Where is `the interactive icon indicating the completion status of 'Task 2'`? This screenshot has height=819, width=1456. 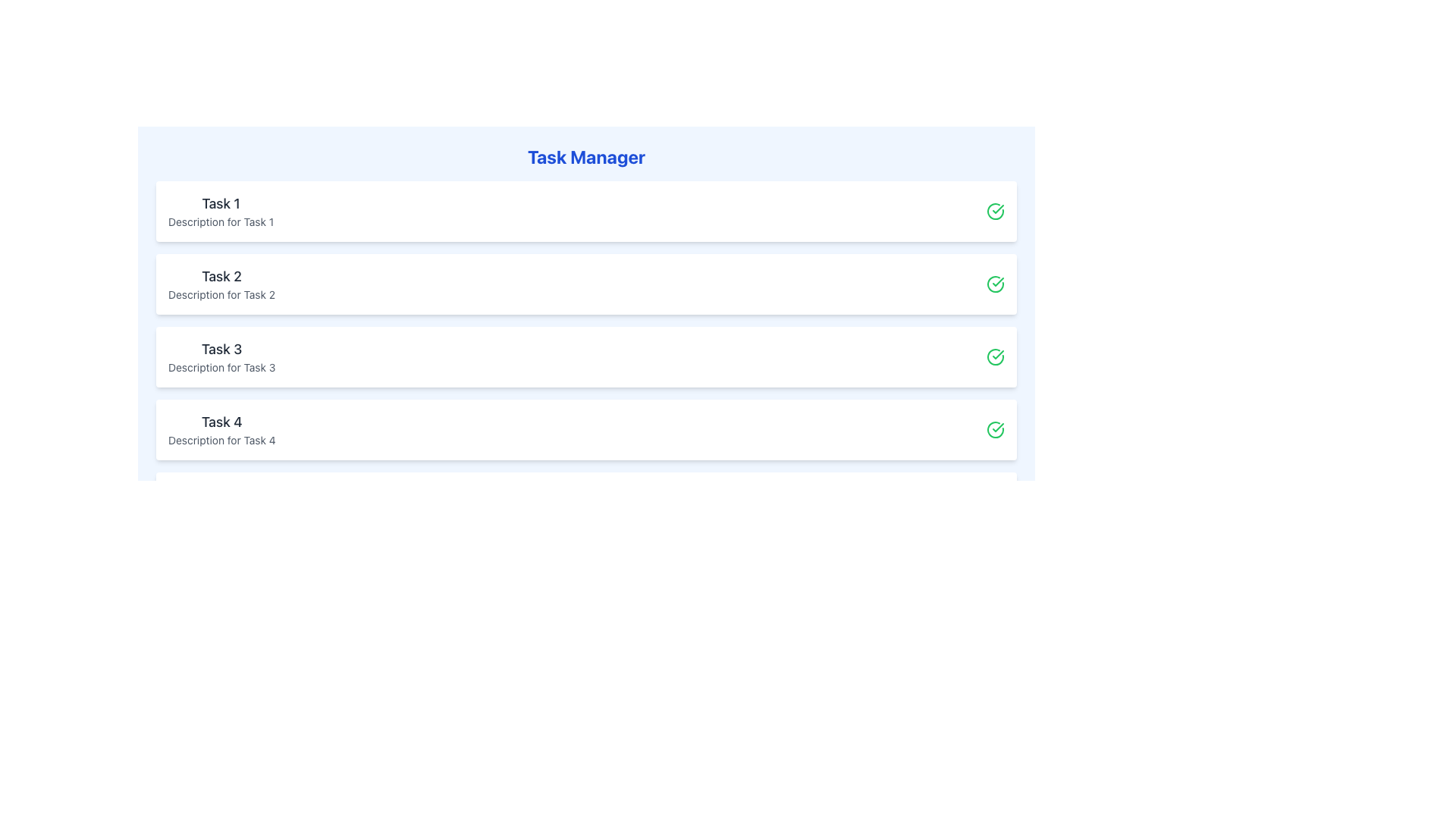
the interactive icon indicating the completion status of 'Task 2' is located at coordinates (996, 284).